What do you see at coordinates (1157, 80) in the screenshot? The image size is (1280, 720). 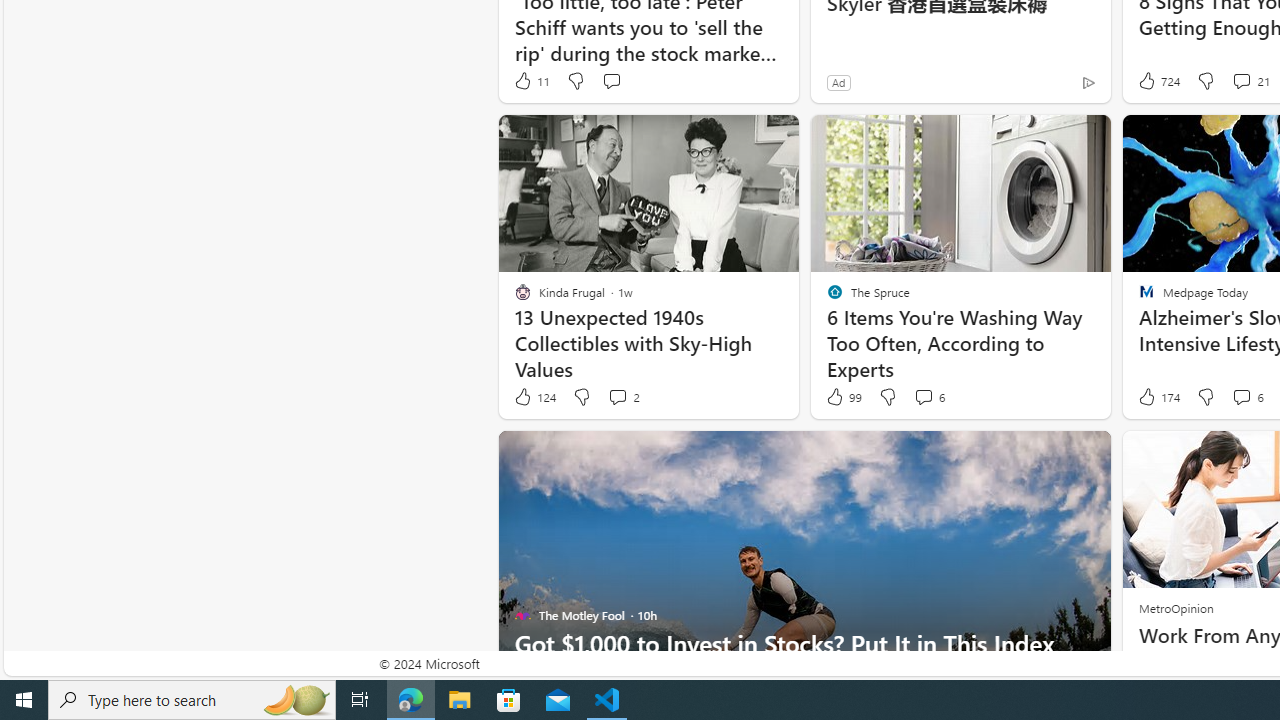 I see `'724 Like'` at bounding box center [1157, 80].